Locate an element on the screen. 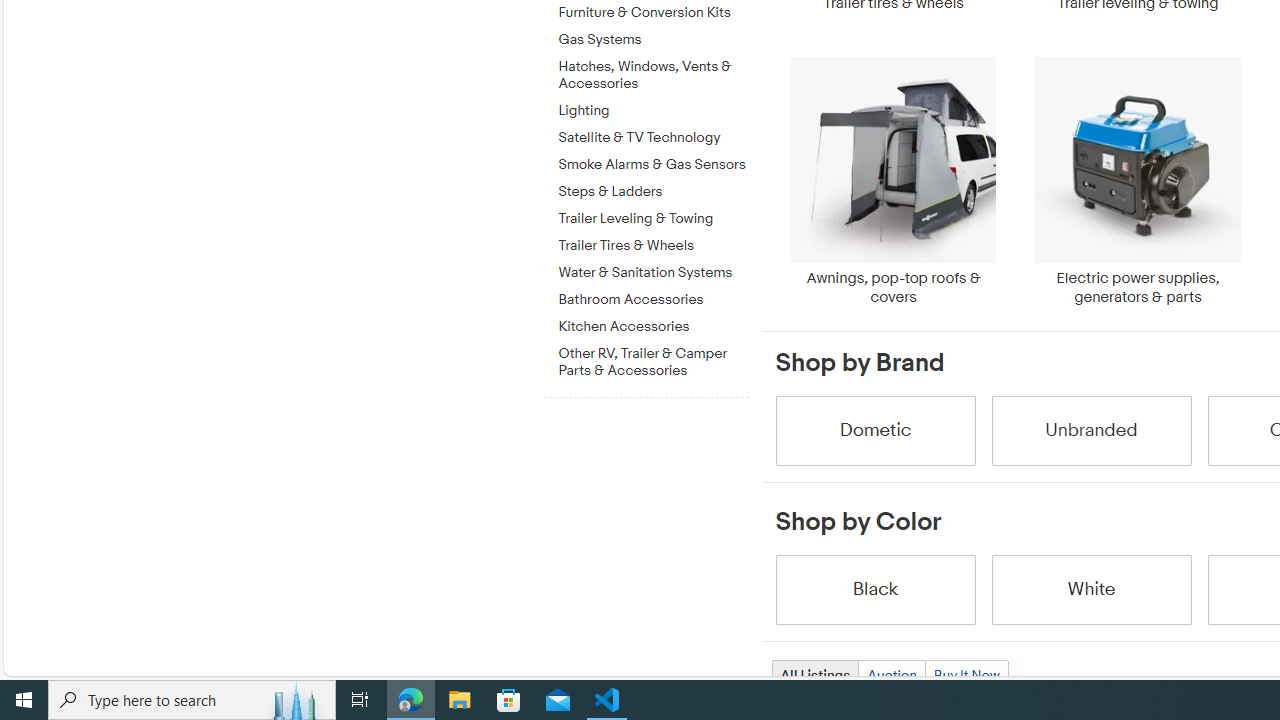 This screenshot has width=1280, height=720. 'Black' is located at coordinates (874, 588).